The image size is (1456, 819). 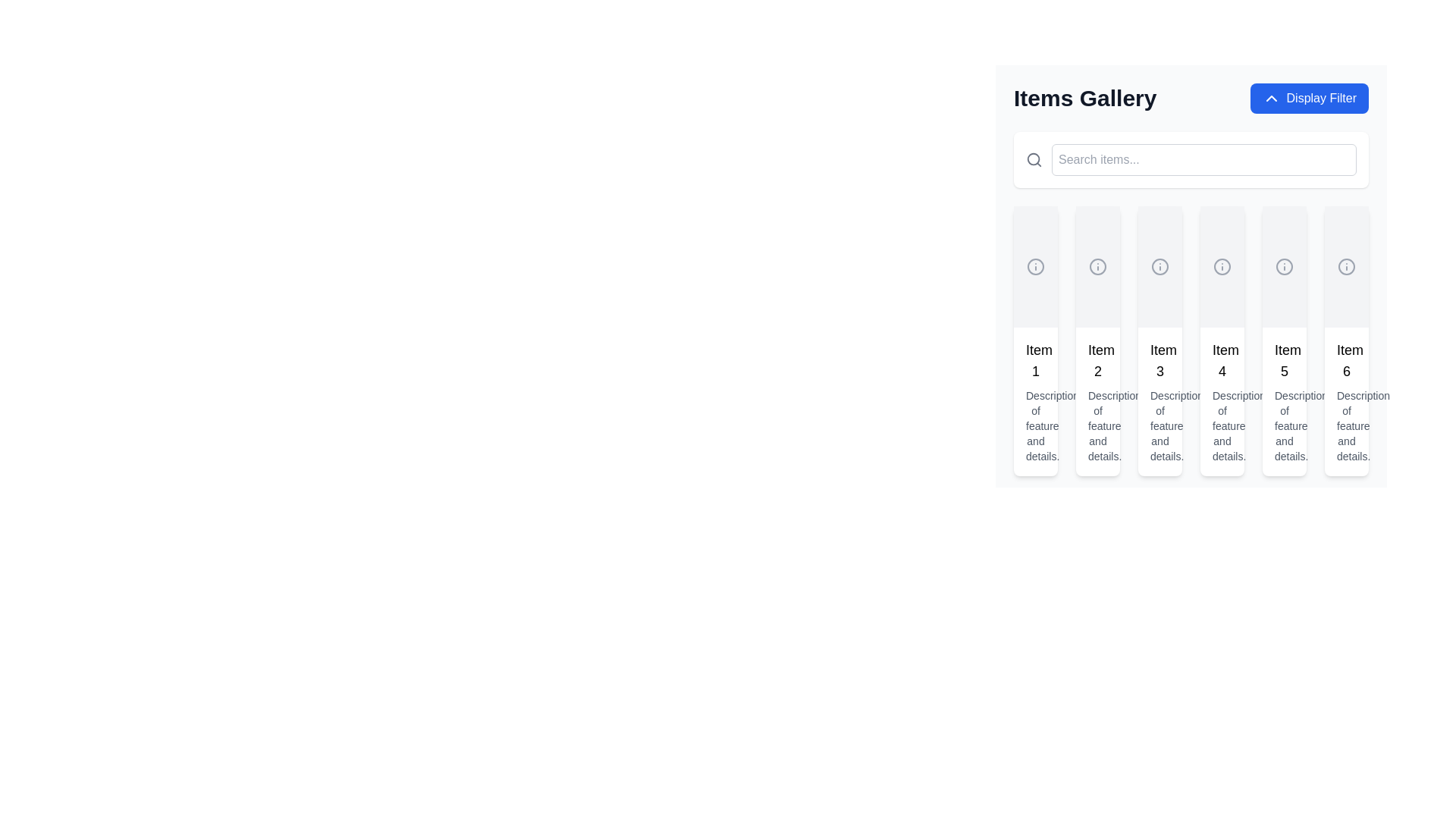 I want to click on text content located below 'Item 3' in the vertical stack of panels, so click(x=1159, y=426).